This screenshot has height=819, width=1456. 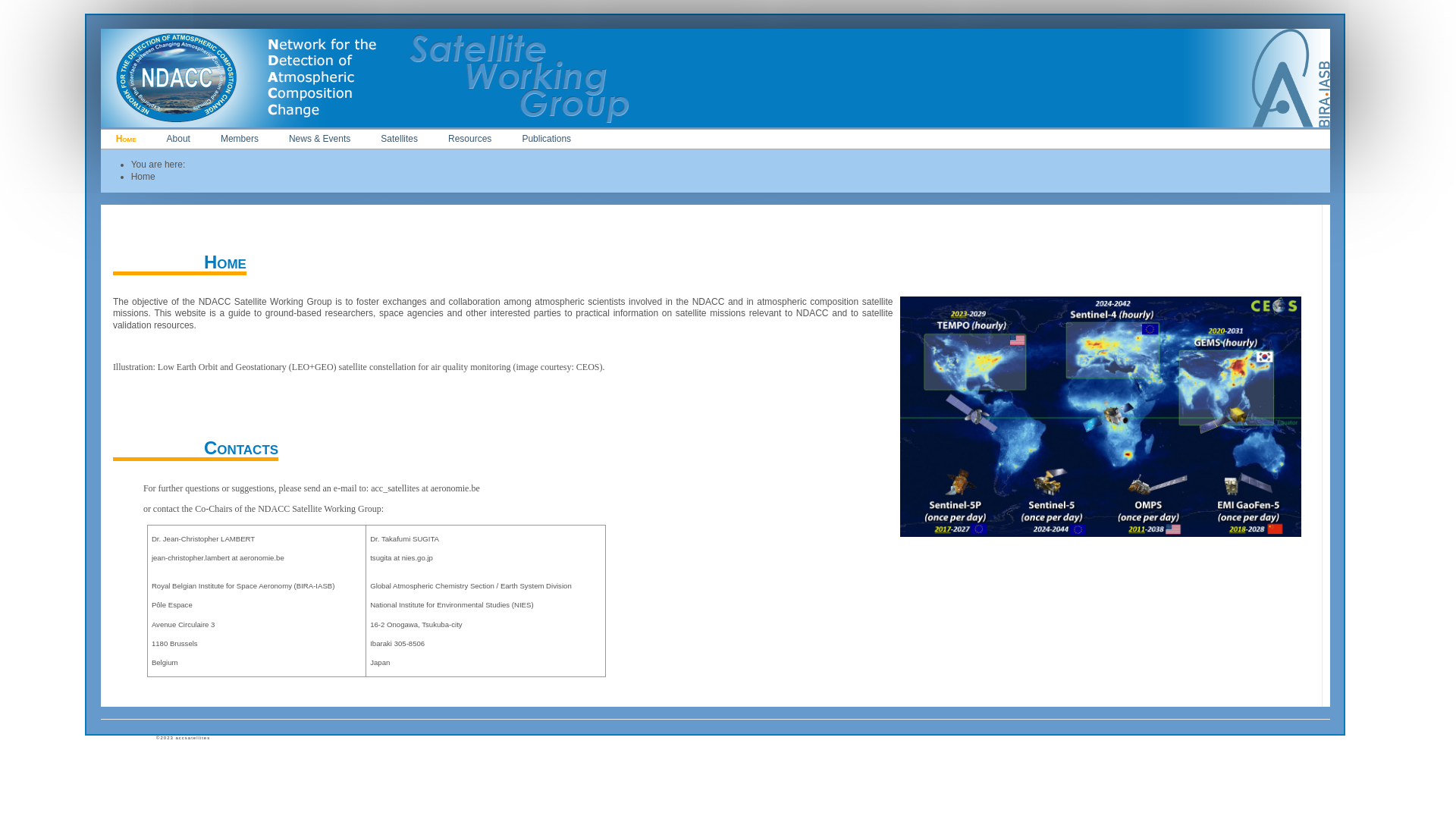 I want to click on 'Members', so click(x=204, y=138).